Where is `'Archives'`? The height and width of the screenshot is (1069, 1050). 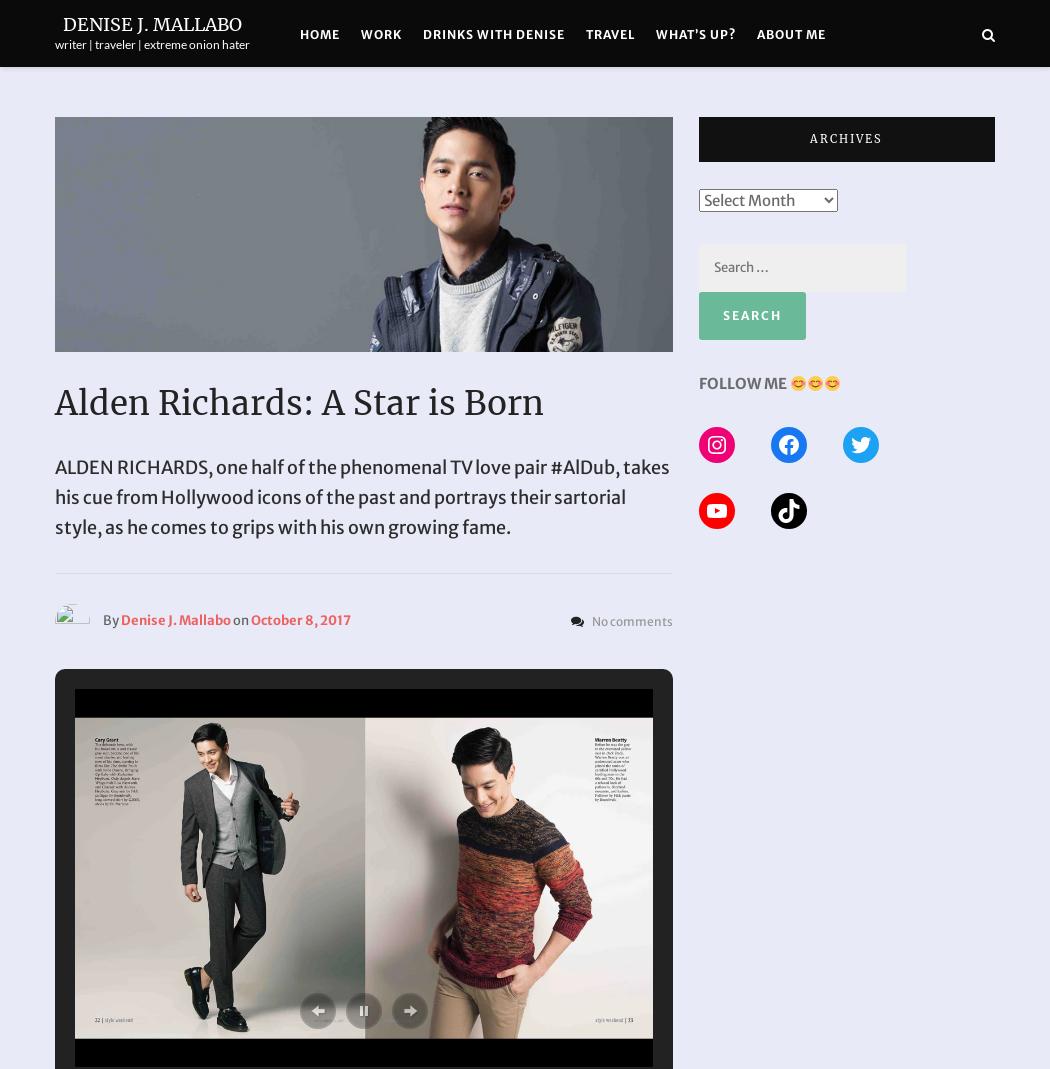
'Archives' is located at coordinates (846, 138).